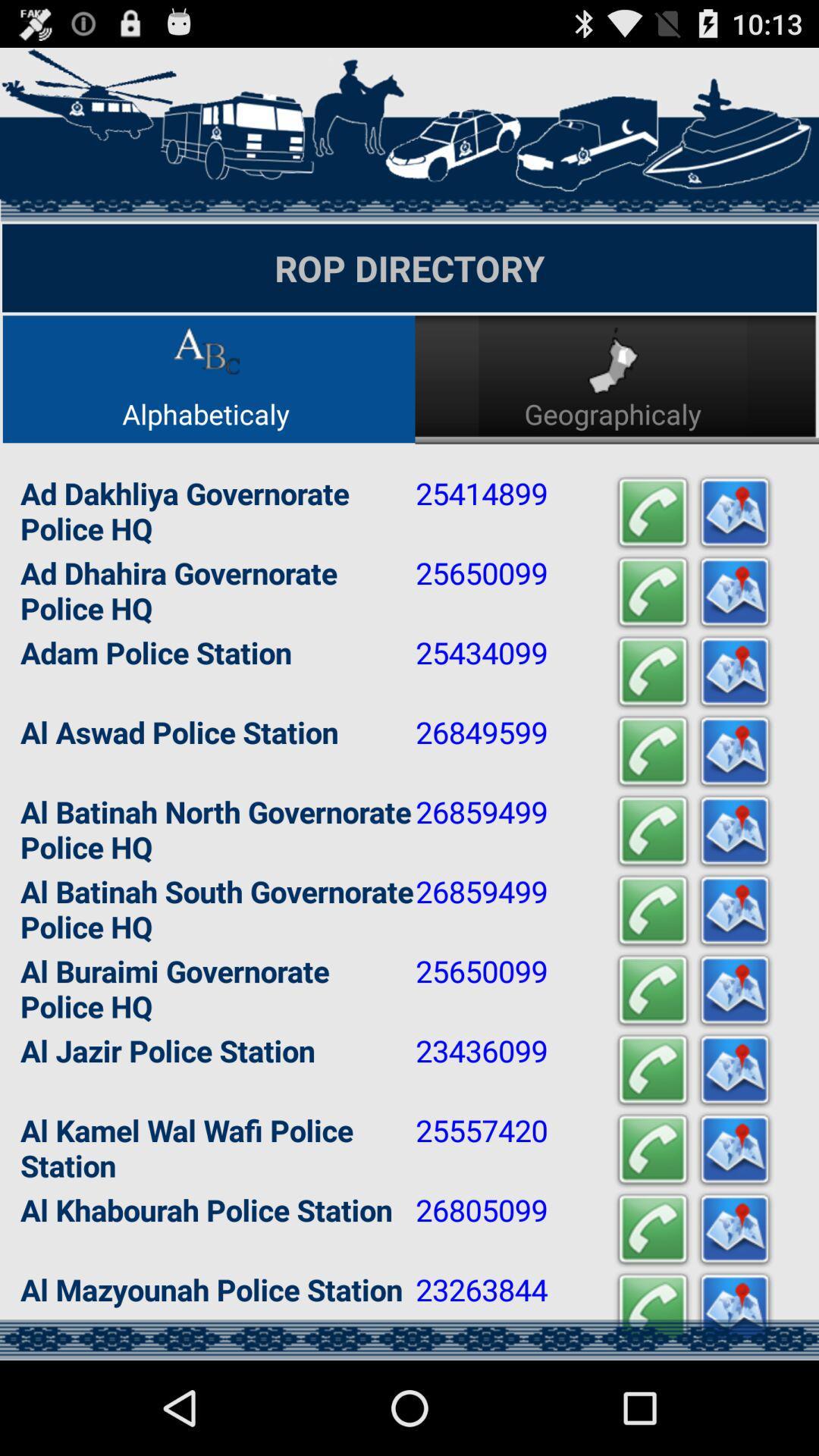 This screenshot has width=819, height=1456. Describe the element at coordinates (651, 890) in the screenshot. I see `the call icon` at that location.